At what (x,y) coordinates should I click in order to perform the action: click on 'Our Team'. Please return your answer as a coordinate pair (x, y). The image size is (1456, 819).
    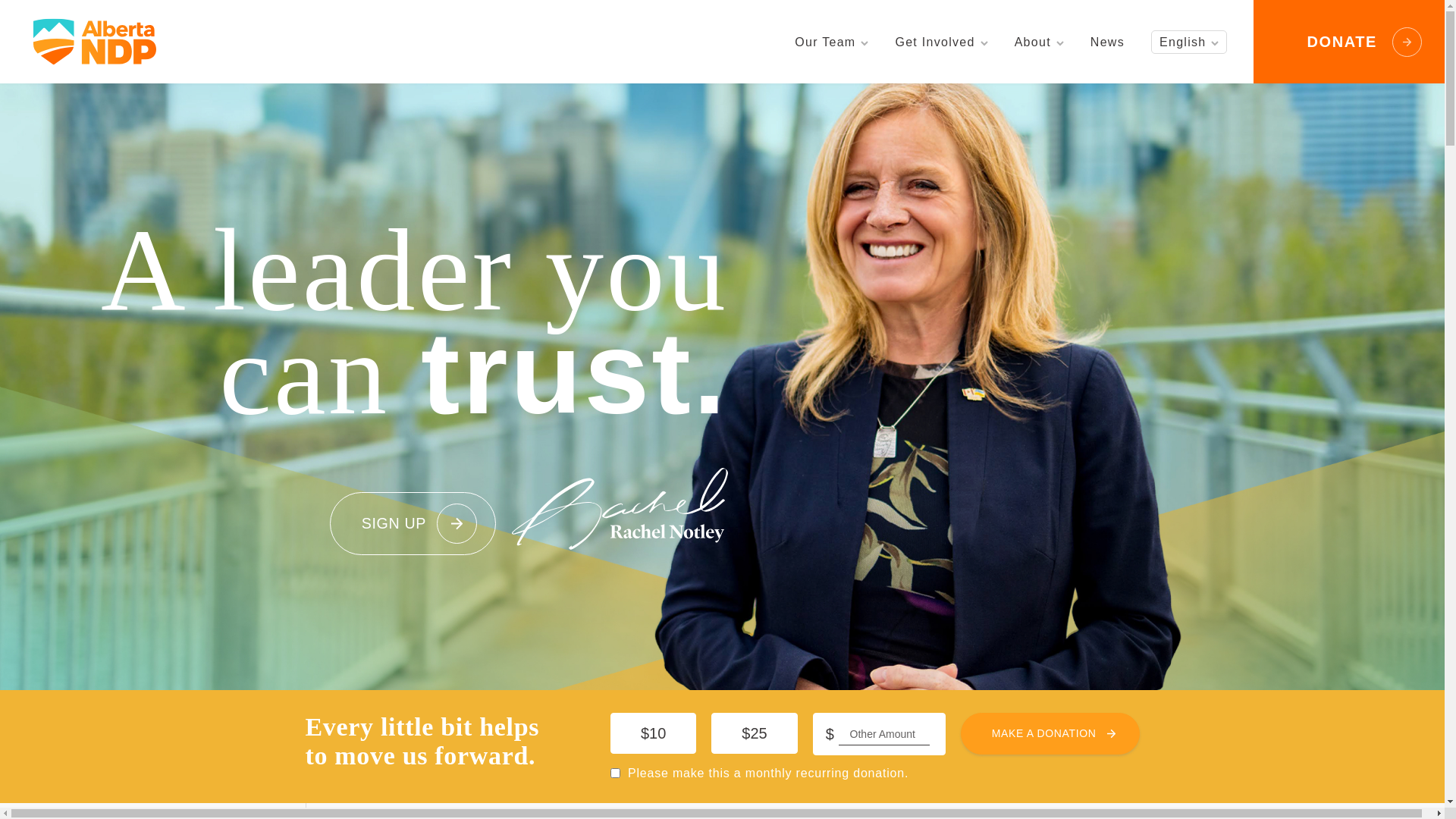
    Looking at the image, I should click on (830, 41).